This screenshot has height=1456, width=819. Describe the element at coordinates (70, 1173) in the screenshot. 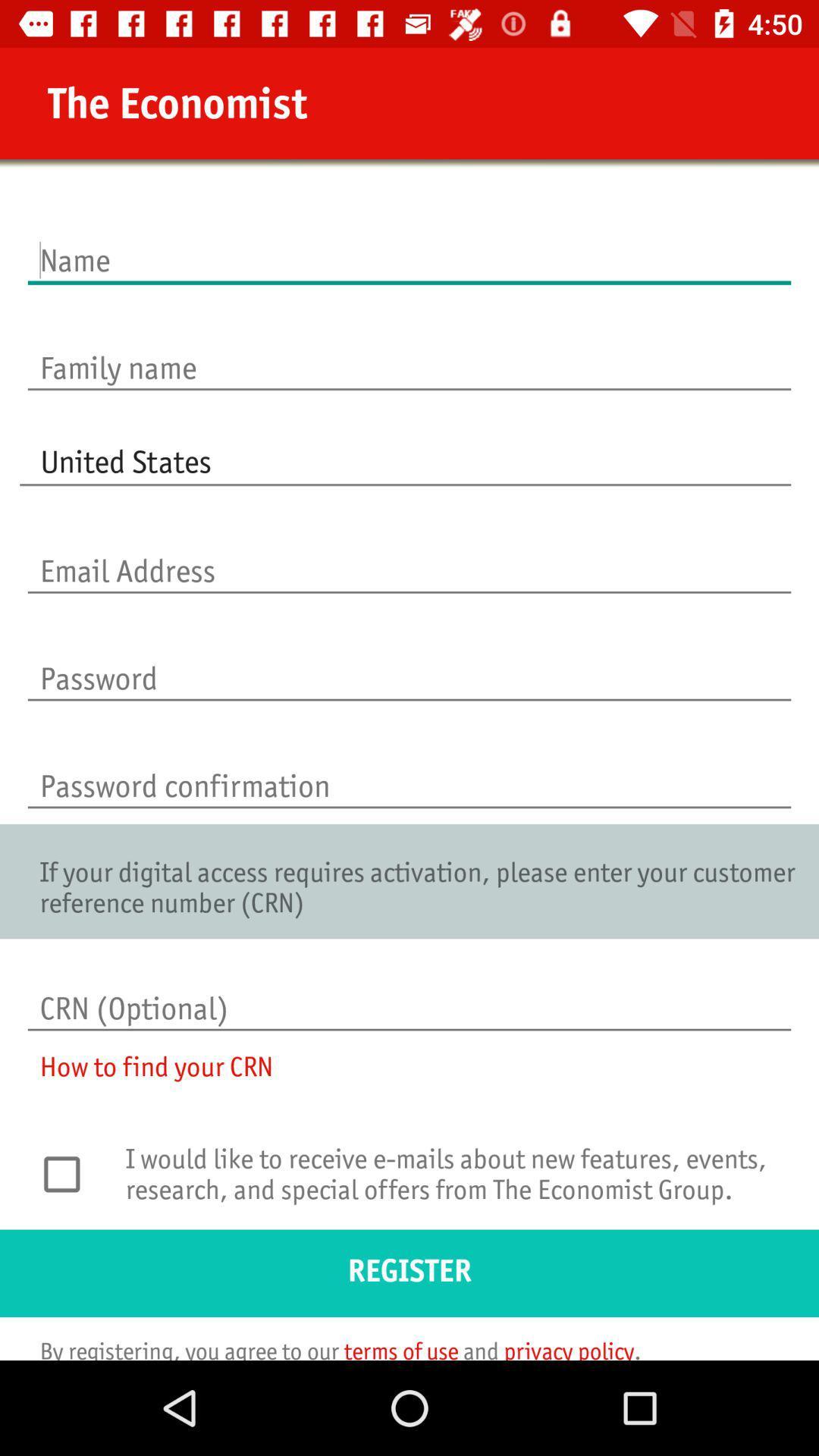

I see `i accept` at that location.